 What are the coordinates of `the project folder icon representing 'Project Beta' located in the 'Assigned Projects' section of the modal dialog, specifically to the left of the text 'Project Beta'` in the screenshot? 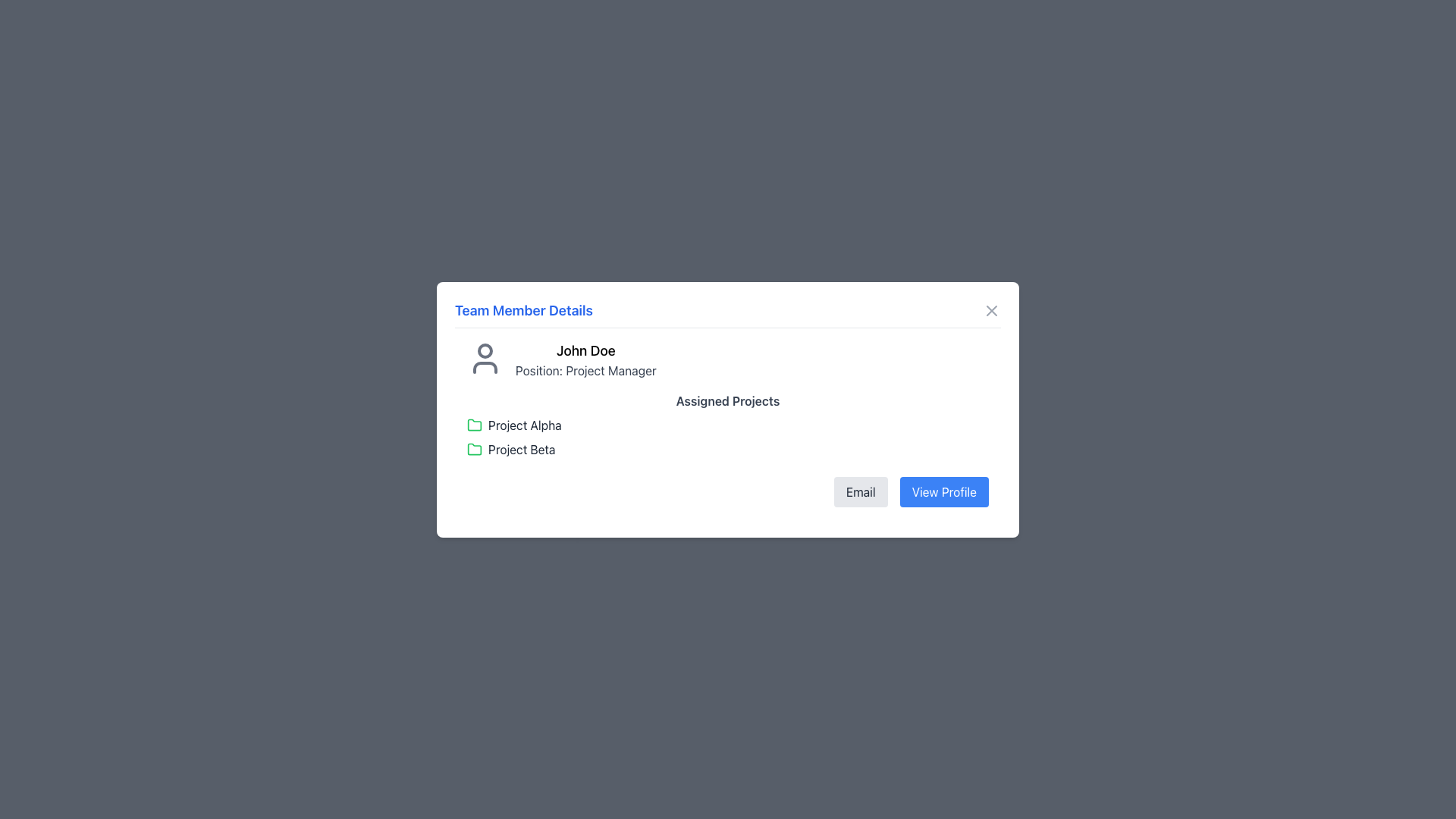 It's located at (473, 424).